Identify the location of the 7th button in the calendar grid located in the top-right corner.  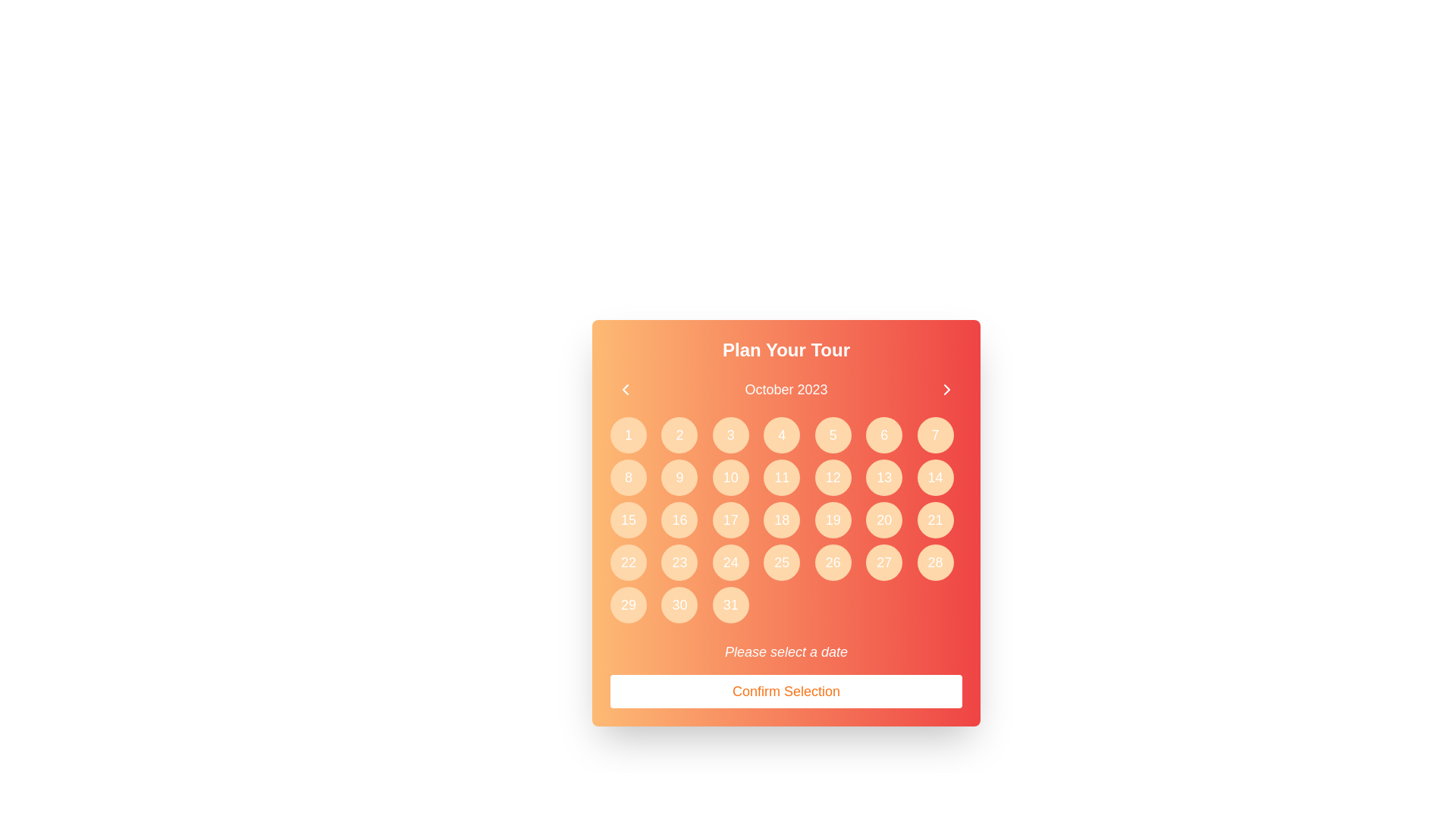
(934, 435).